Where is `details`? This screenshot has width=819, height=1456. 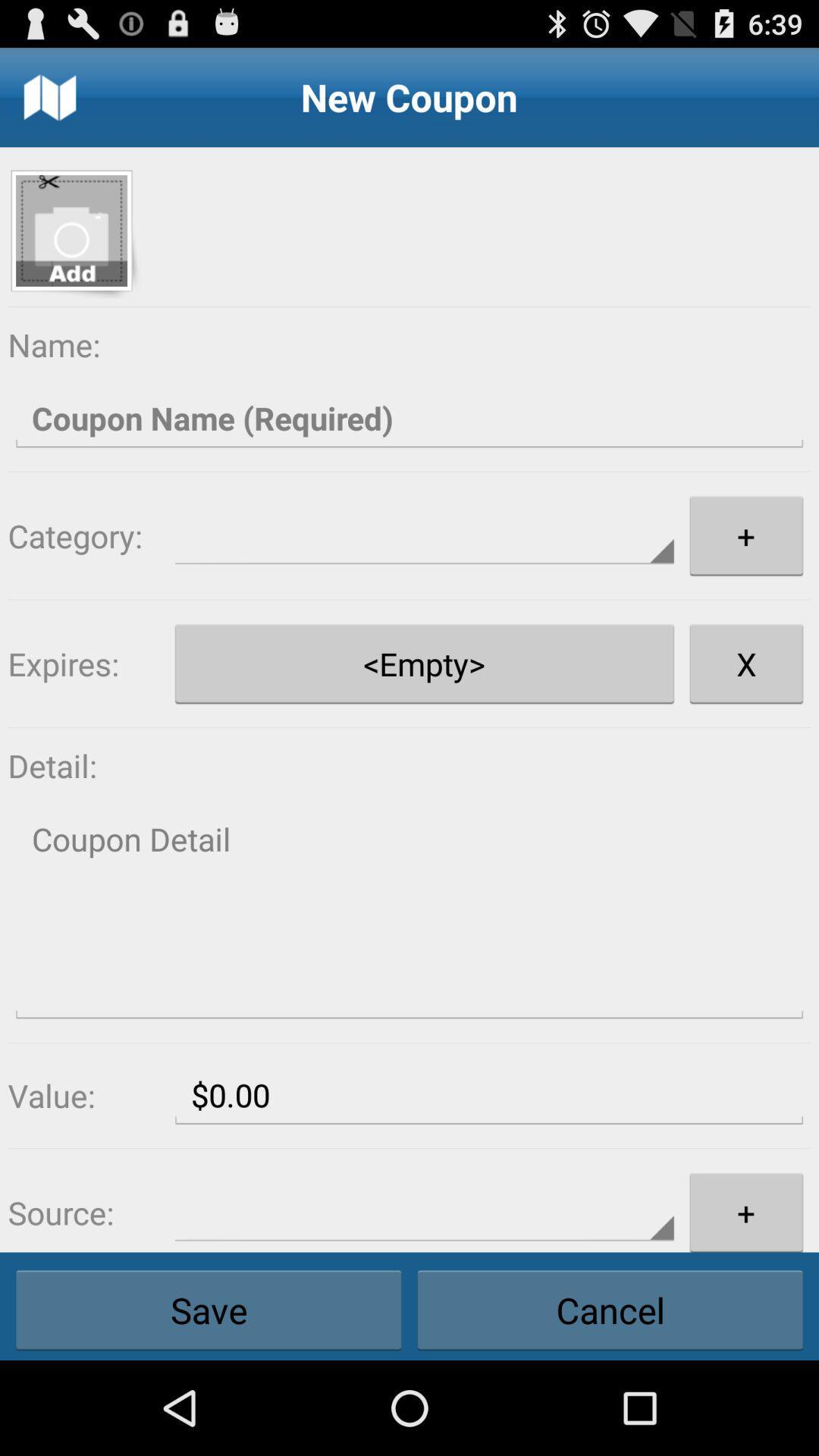 details is located at coordinates (409, 914).